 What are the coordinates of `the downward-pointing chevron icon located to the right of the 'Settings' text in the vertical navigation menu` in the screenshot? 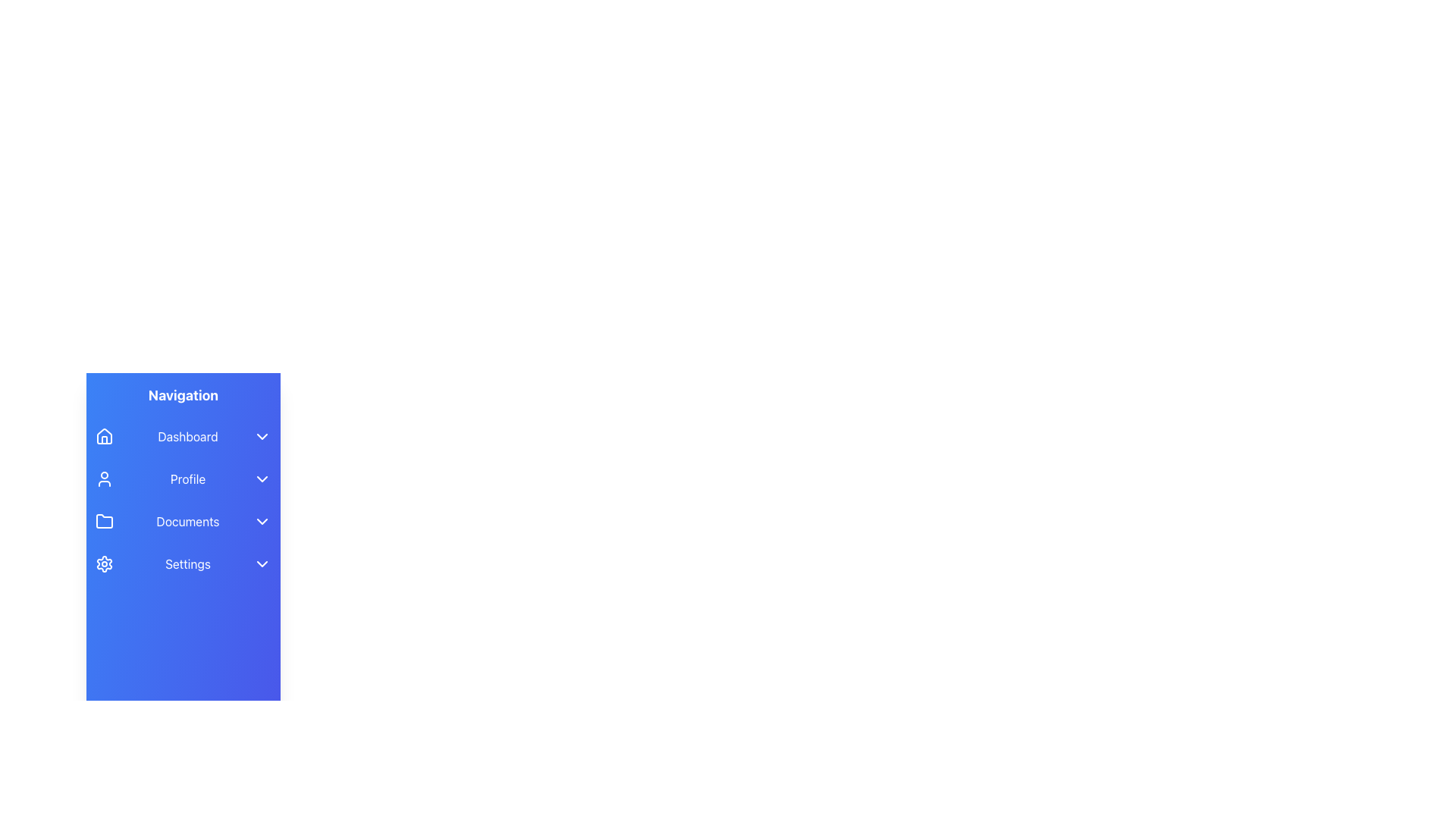 It's located at (262, 564).